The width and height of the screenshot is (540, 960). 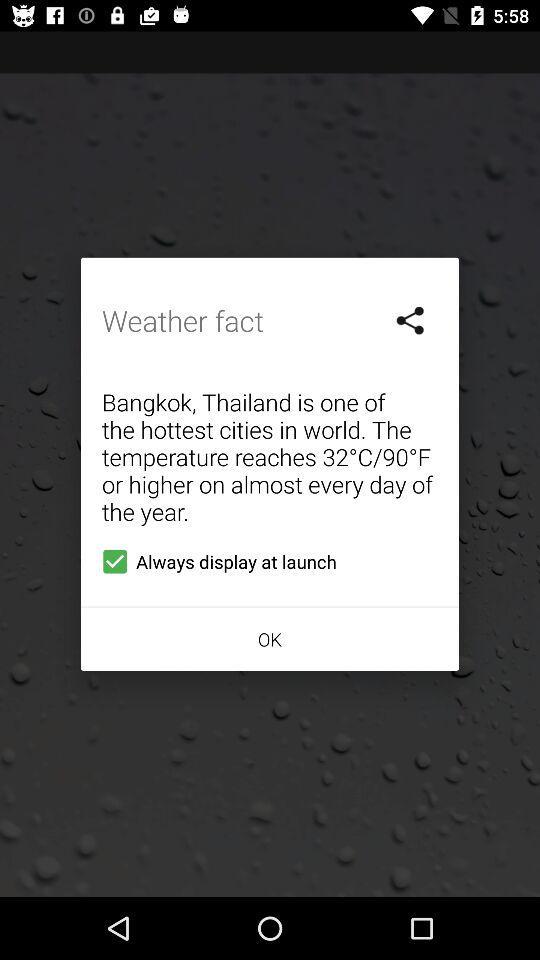 I want to click on the icon below the bangkok thailand is icon, so click(x=214, y=561).